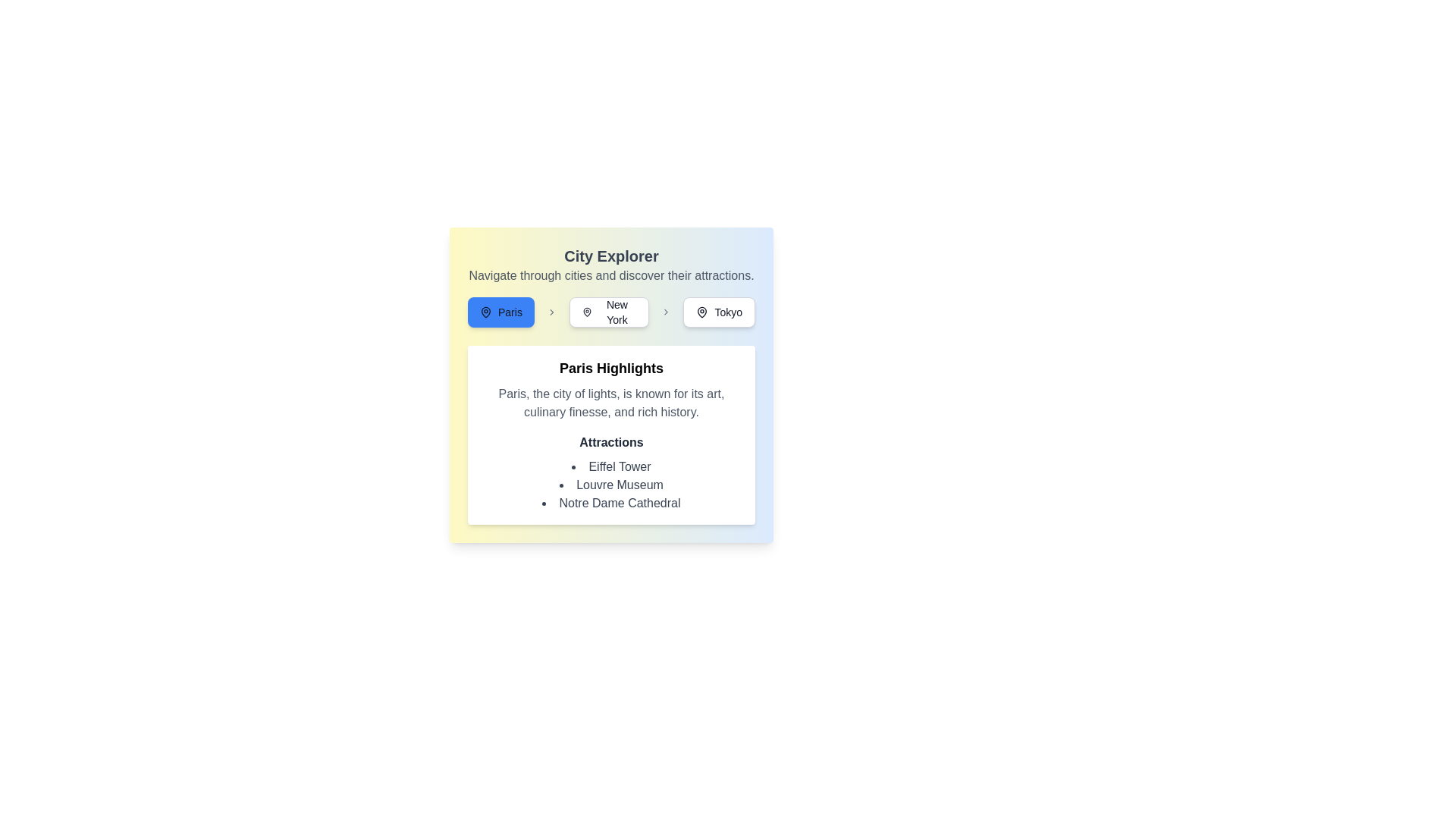 This screenshot has width=1456, height=819. What do you see at coordinates (701, 312) in the screenshot?
I see `the pin icon located in the 'Tokyo' button group, positioned between the text 'Tokyo' on its right and the edge of the button on its left` at bounding box center [701, 312].